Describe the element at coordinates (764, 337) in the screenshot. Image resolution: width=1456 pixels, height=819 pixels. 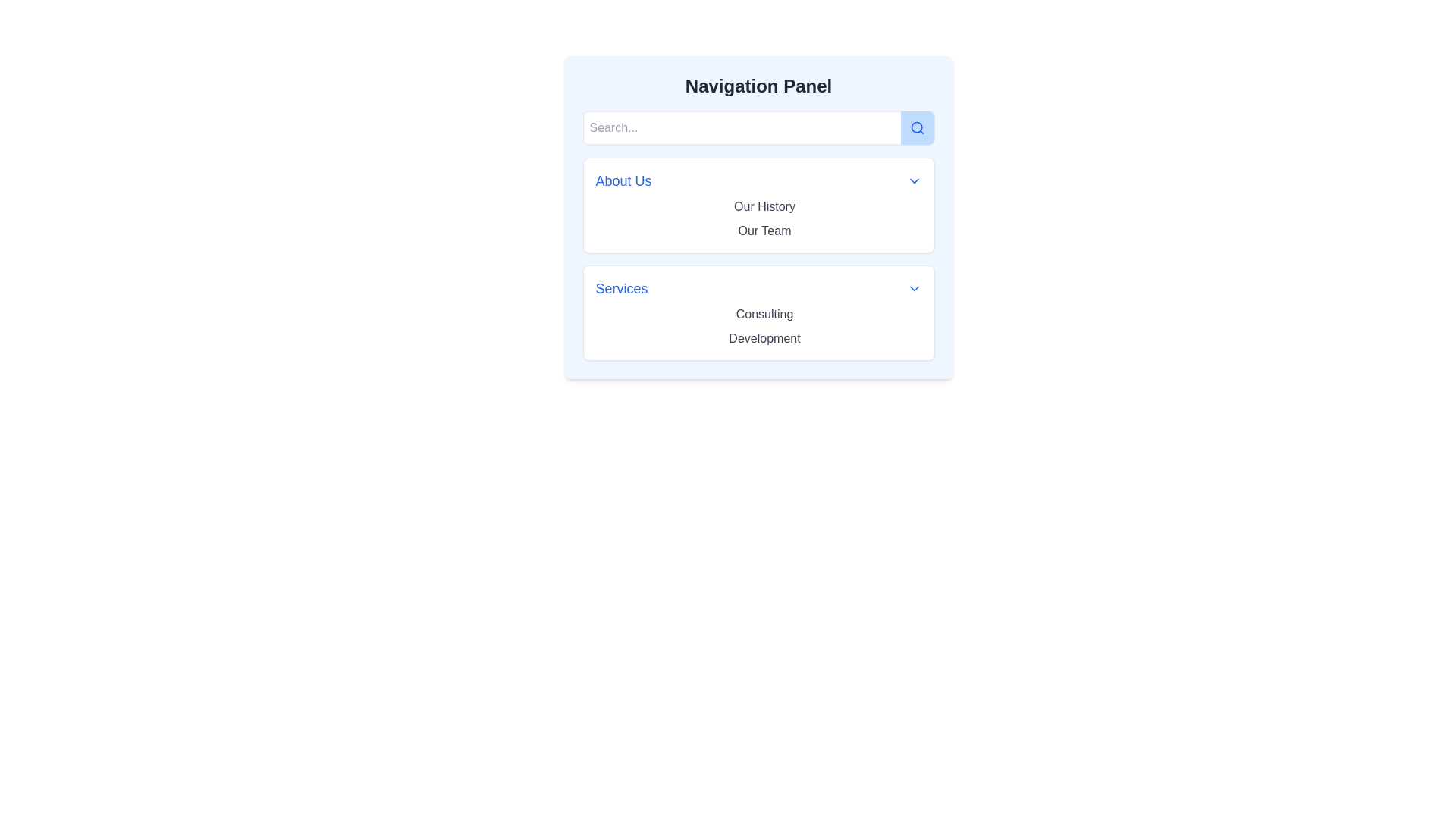
I see `the Interactive navigation link located in the Services section` at that location.